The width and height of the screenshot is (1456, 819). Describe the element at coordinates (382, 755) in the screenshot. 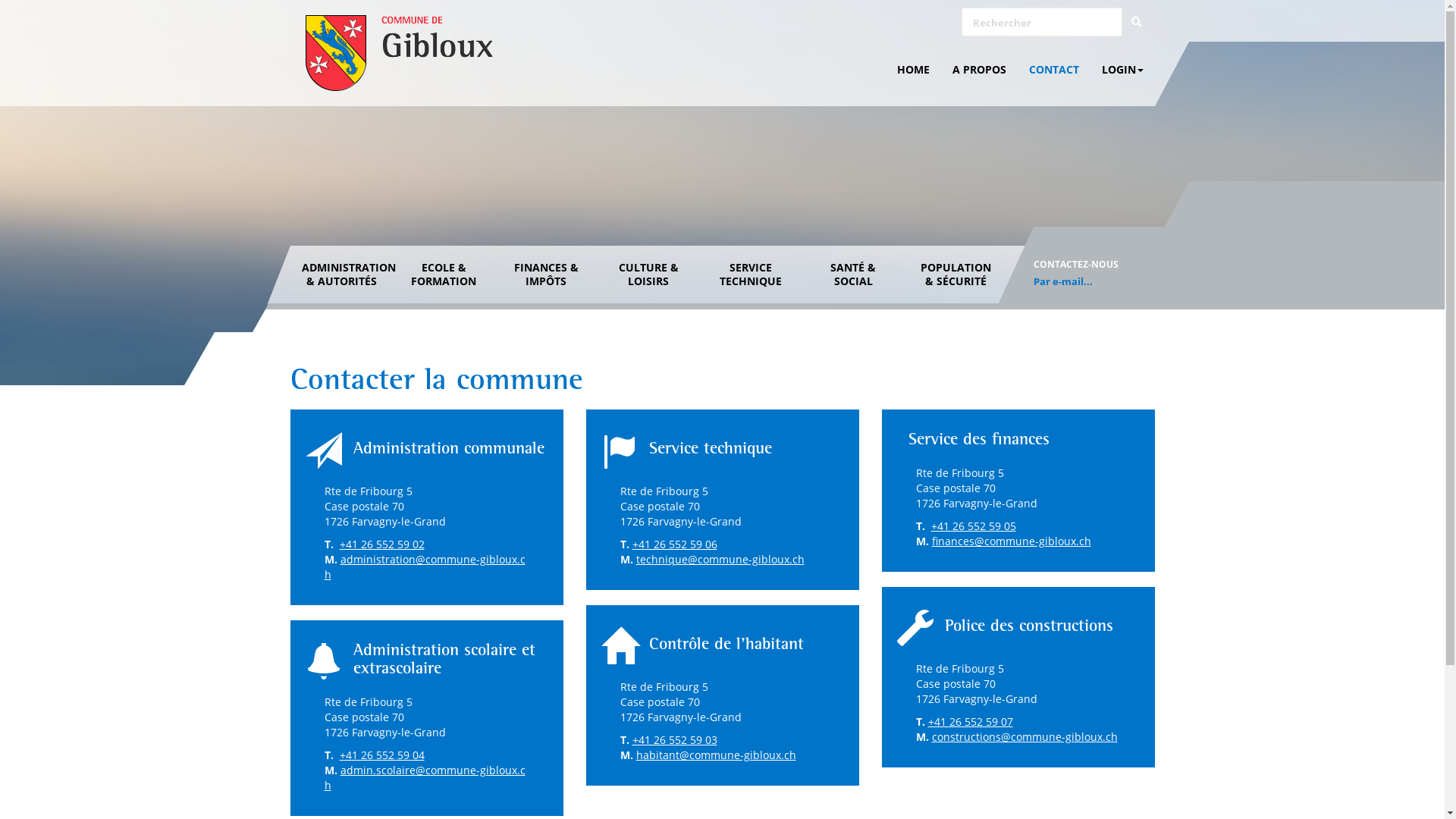

I see `'+41 26 552 59 04'` at that location.